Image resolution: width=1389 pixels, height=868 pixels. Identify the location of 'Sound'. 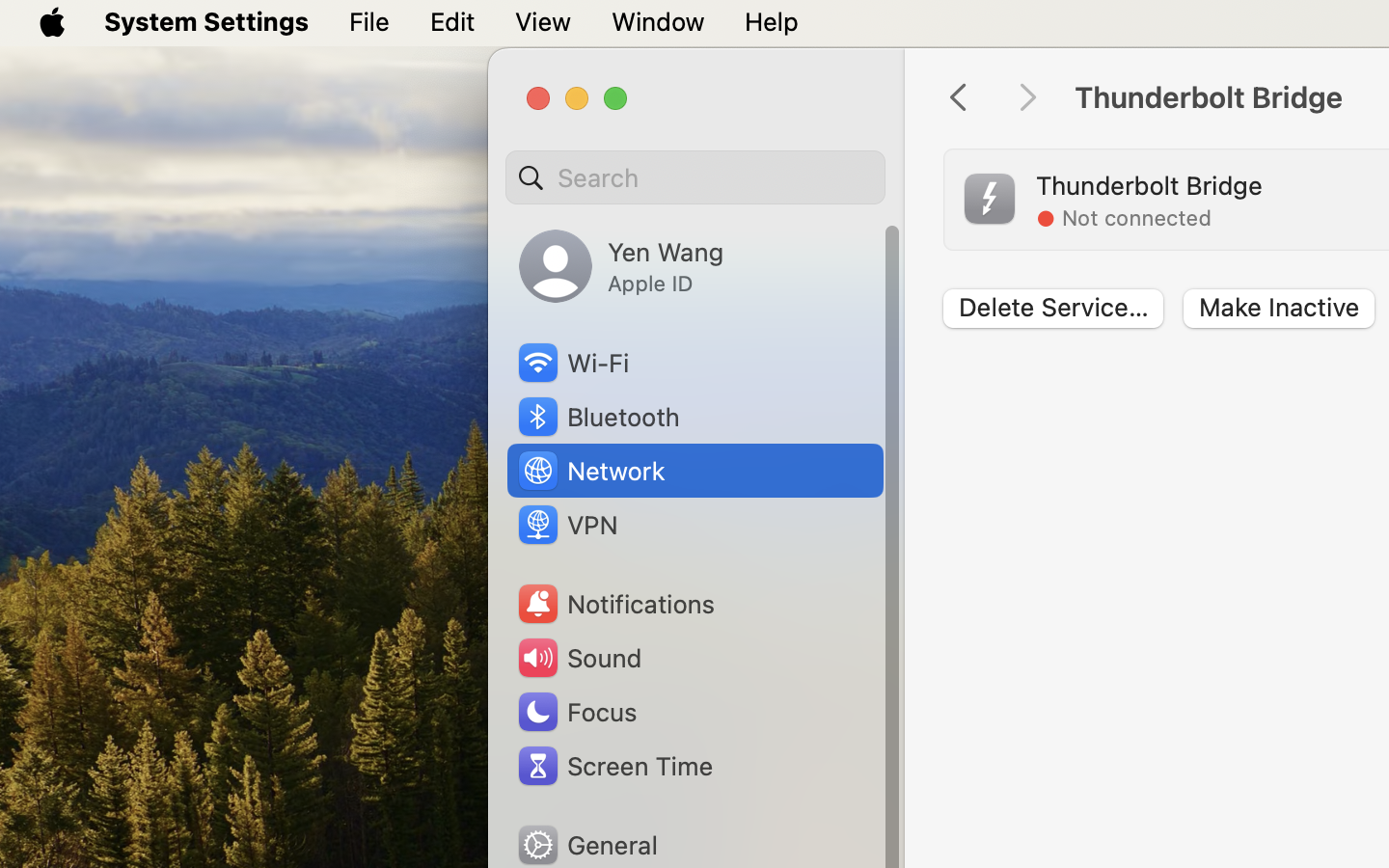
(579, 657).